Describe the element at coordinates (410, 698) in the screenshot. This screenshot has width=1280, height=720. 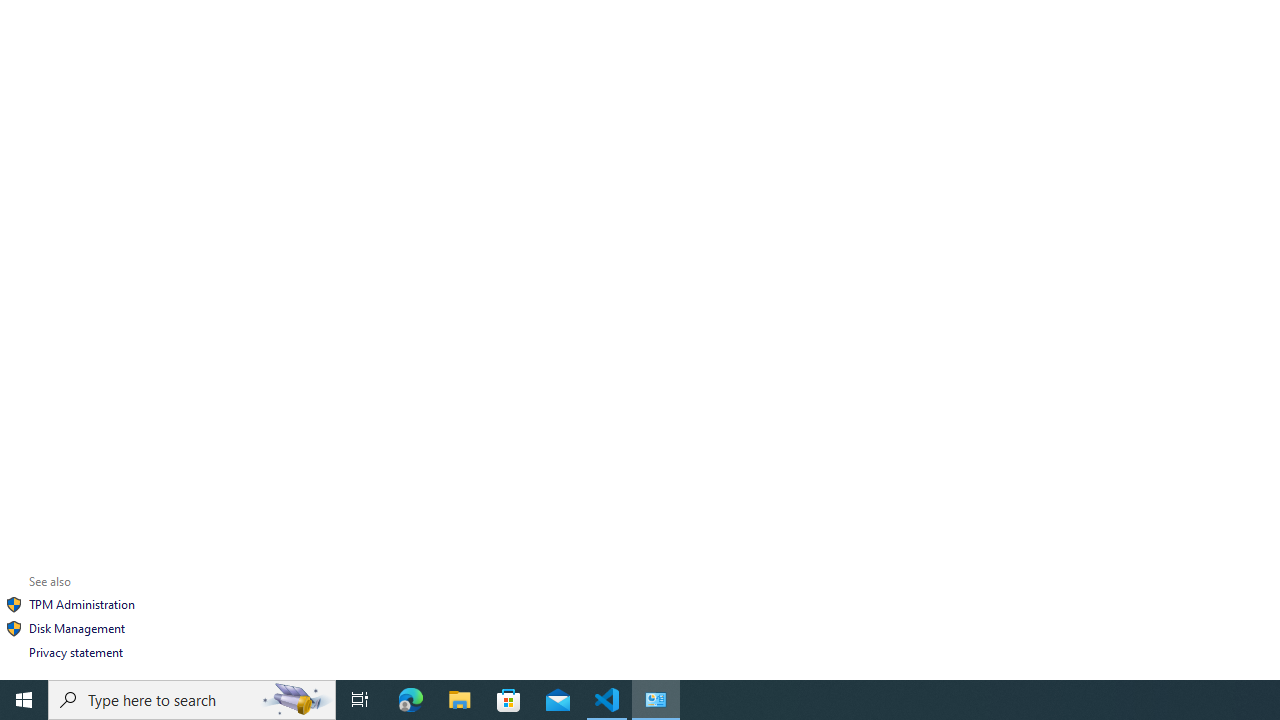
I see `'Microsoft Edge'` at that location.